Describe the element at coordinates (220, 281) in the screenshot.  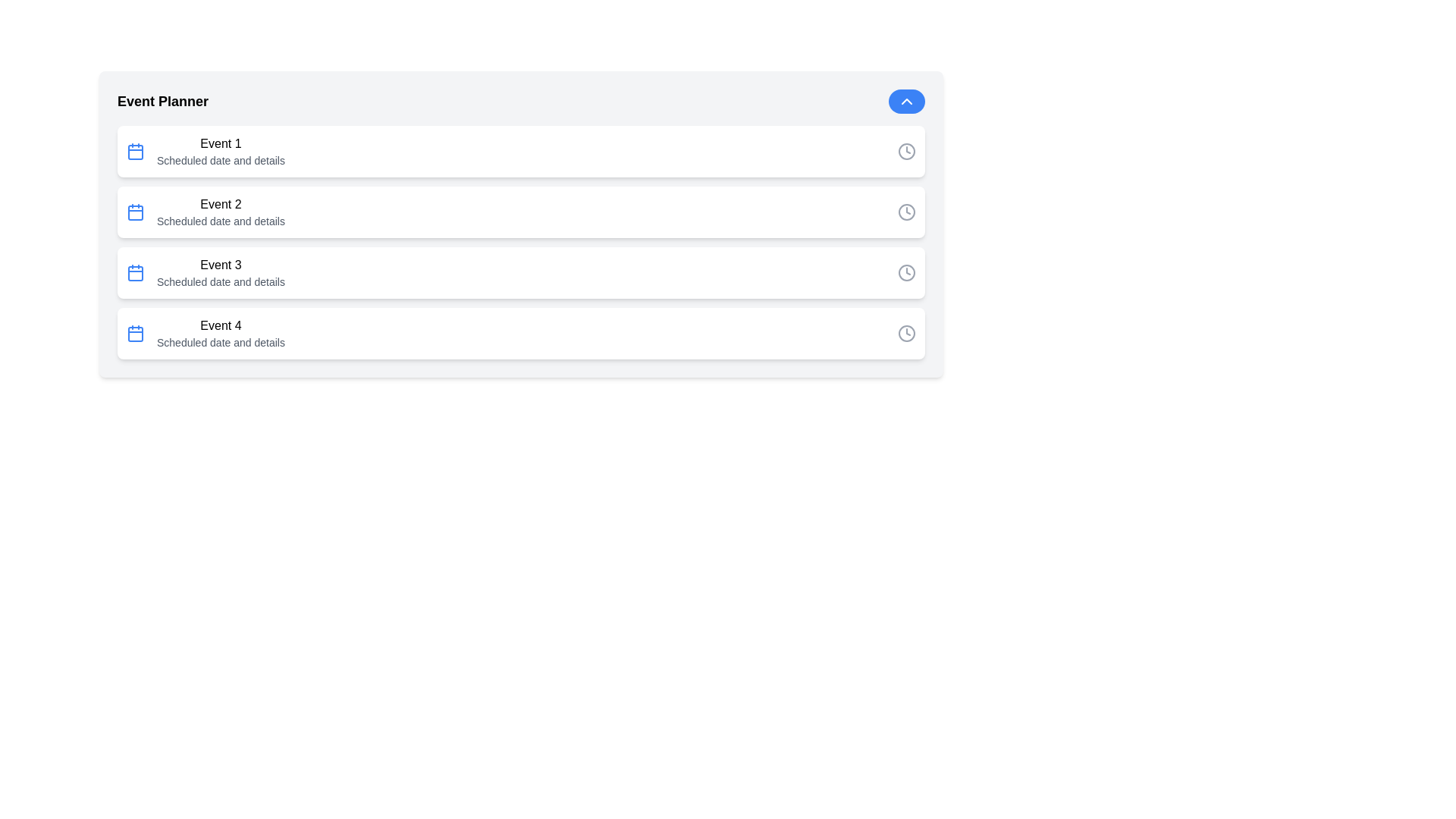
I see `the text element that reads 'Scheduled date and details', which is styled in a smaller gray font and located beneath the bold title 'Event 3'` at that location.